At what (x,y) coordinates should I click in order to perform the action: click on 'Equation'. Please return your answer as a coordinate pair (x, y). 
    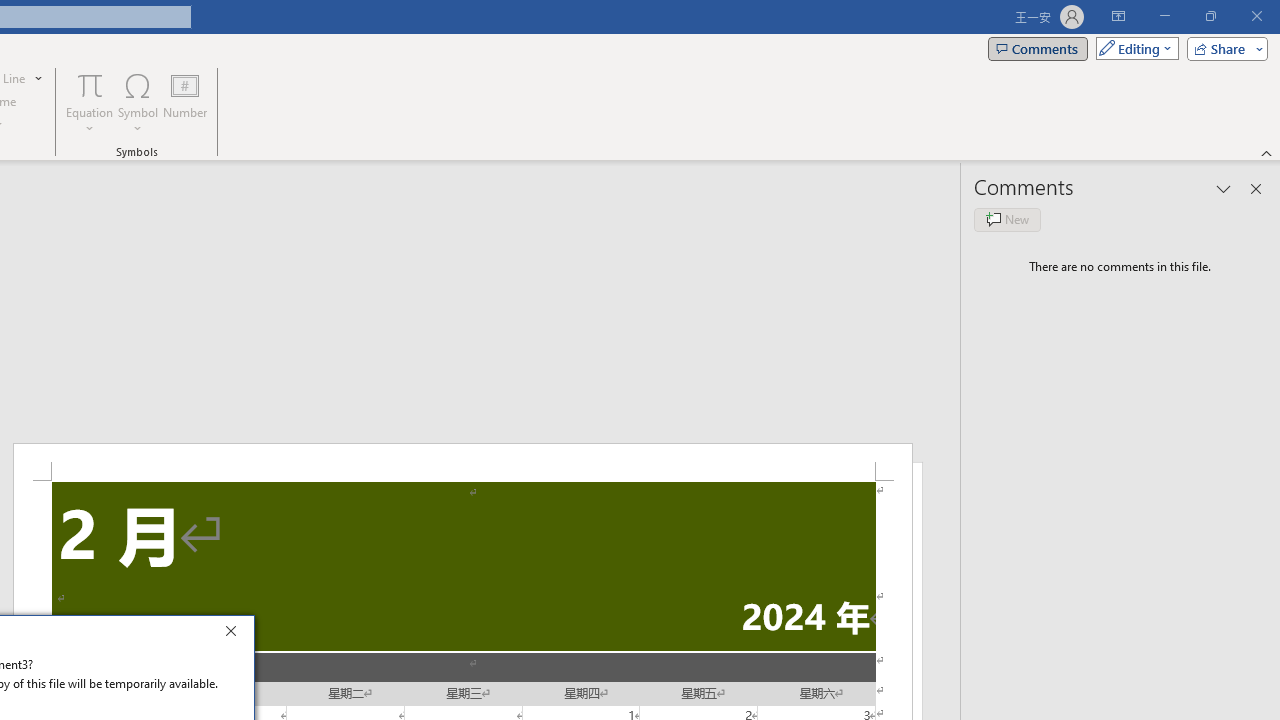
    Looking at the image, I should click on (89, 84).